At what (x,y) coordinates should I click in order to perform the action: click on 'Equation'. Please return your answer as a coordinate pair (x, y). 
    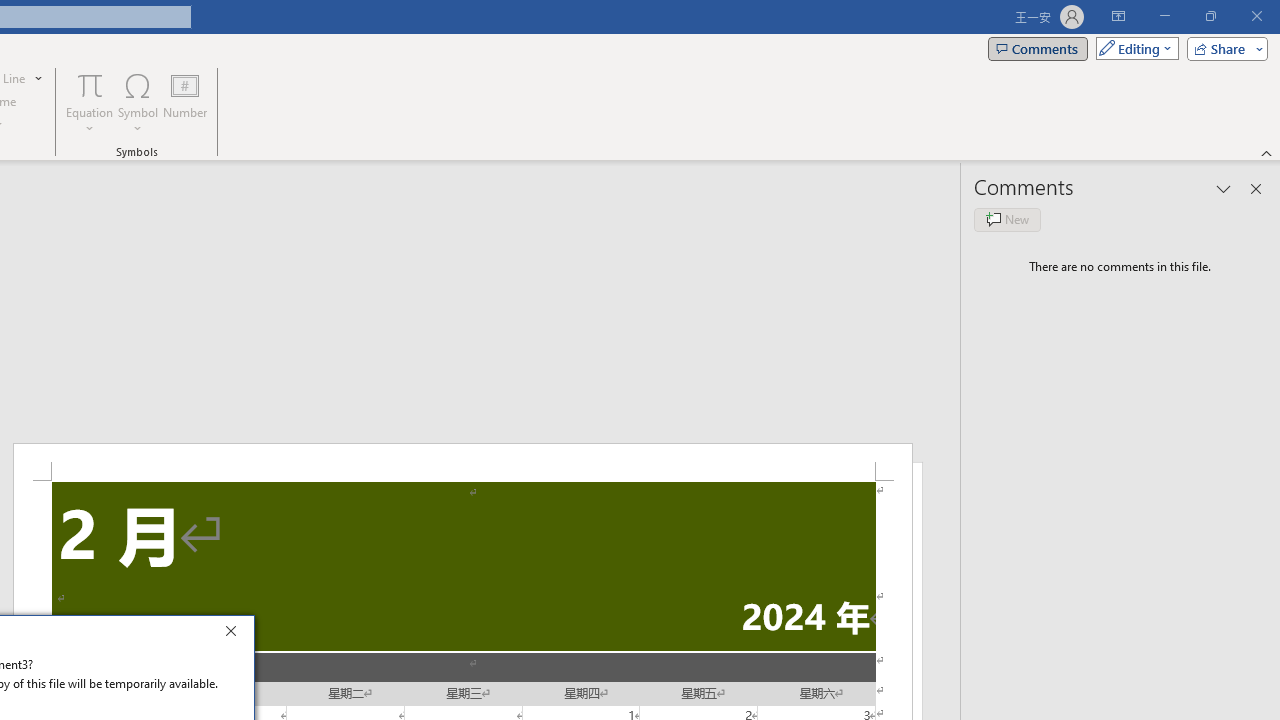
    Looking at the image, I should click on (89, 84).